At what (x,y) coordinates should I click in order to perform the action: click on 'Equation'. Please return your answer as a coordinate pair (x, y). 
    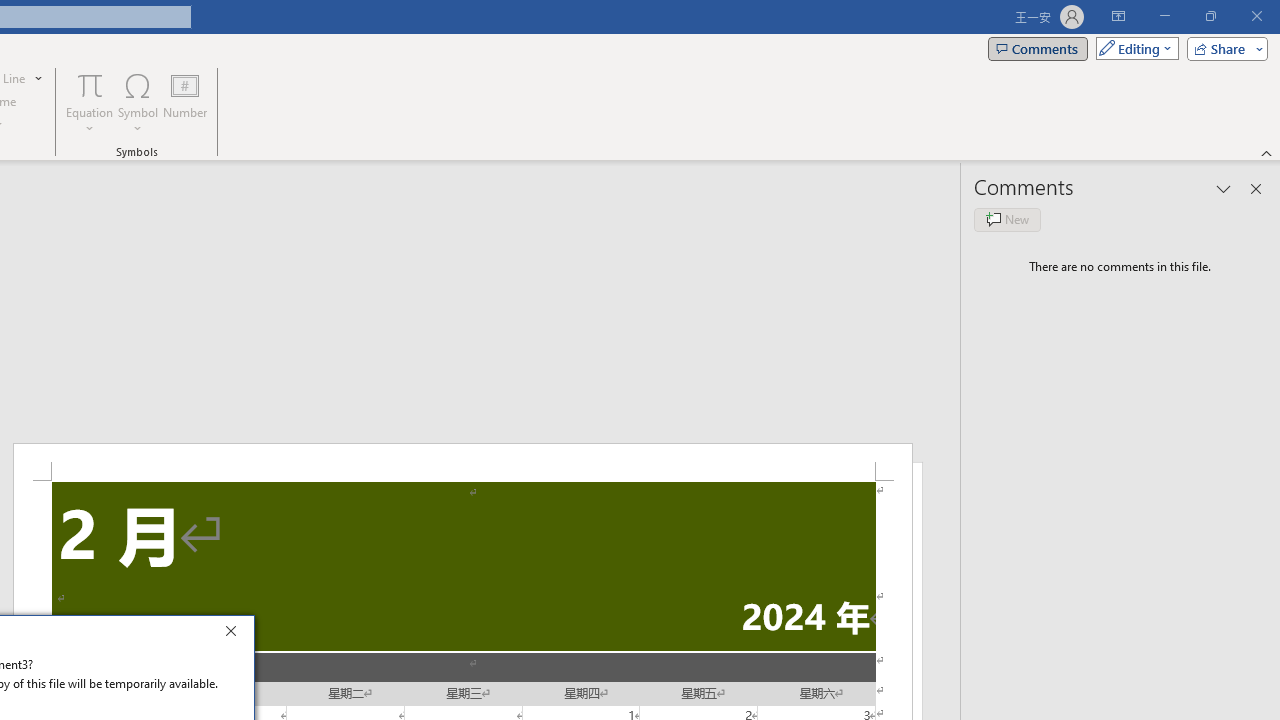
    Looking at the image, I should click on (89, 84).